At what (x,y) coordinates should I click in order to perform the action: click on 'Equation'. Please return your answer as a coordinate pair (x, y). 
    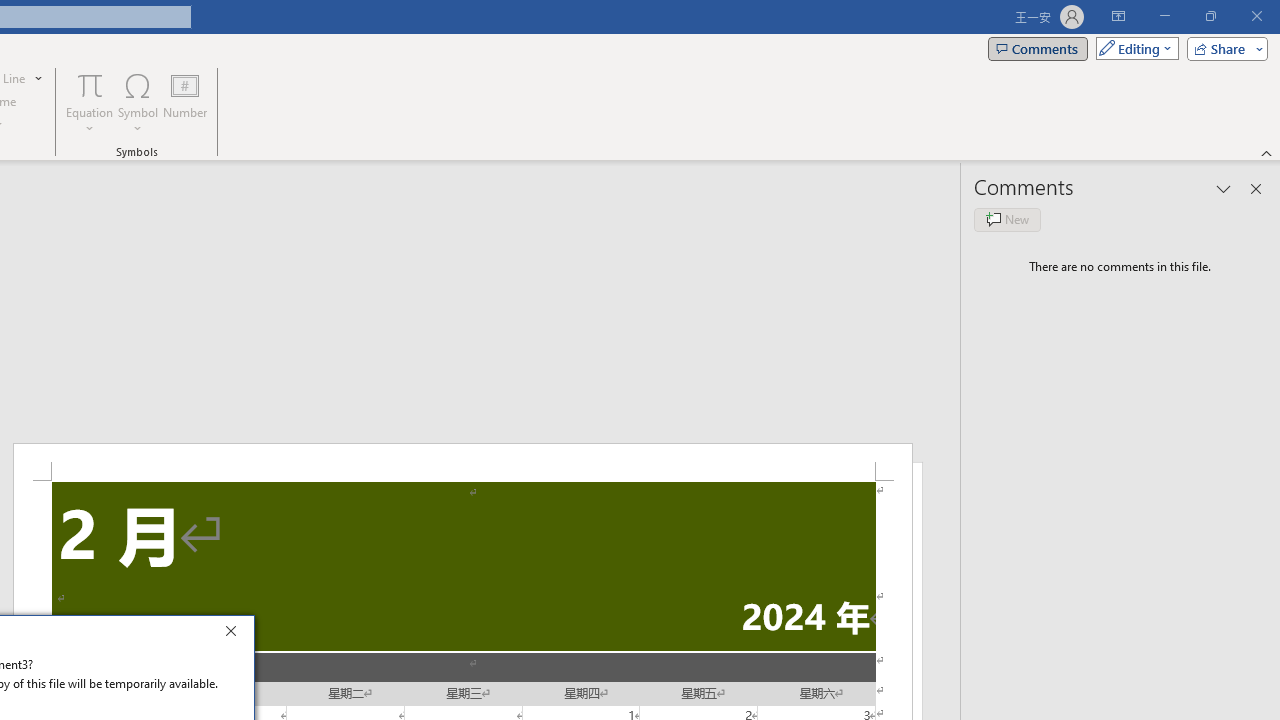
    Looking at the image, I should click on (89, 84).